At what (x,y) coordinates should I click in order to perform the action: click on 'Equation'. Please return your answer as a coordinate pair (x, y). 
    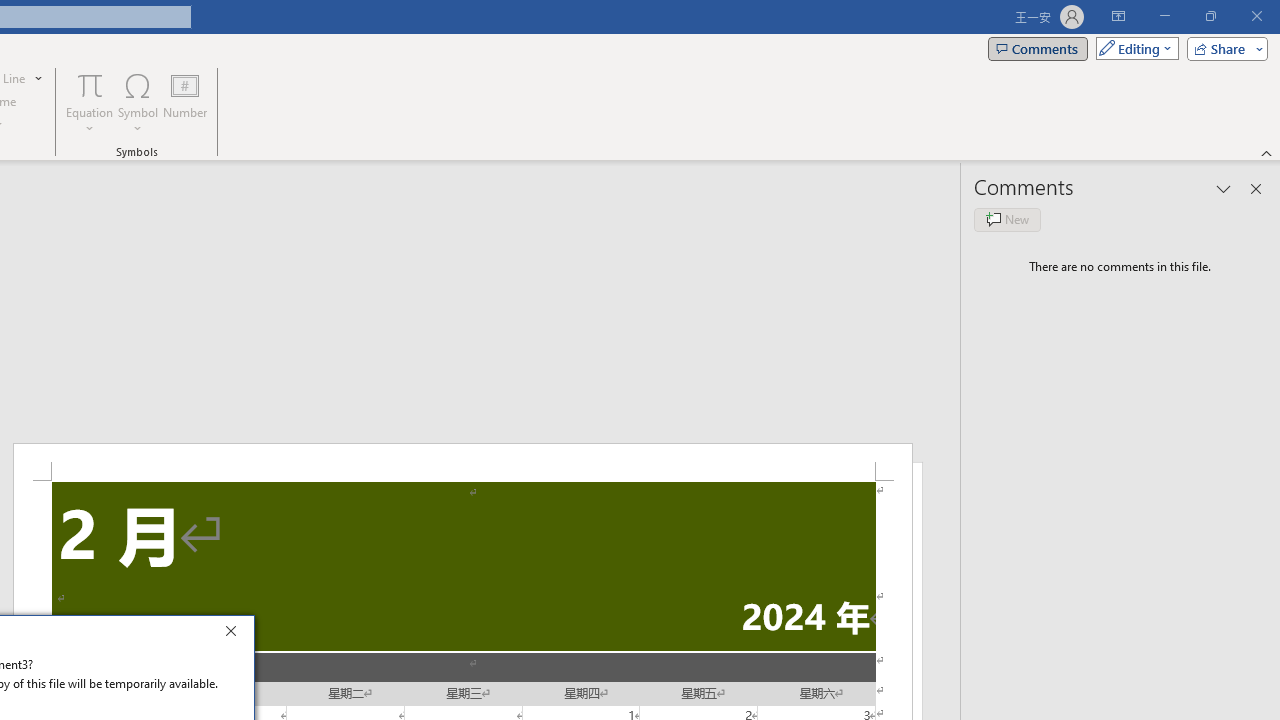
    Looking at the image, I should click on (89, 84).